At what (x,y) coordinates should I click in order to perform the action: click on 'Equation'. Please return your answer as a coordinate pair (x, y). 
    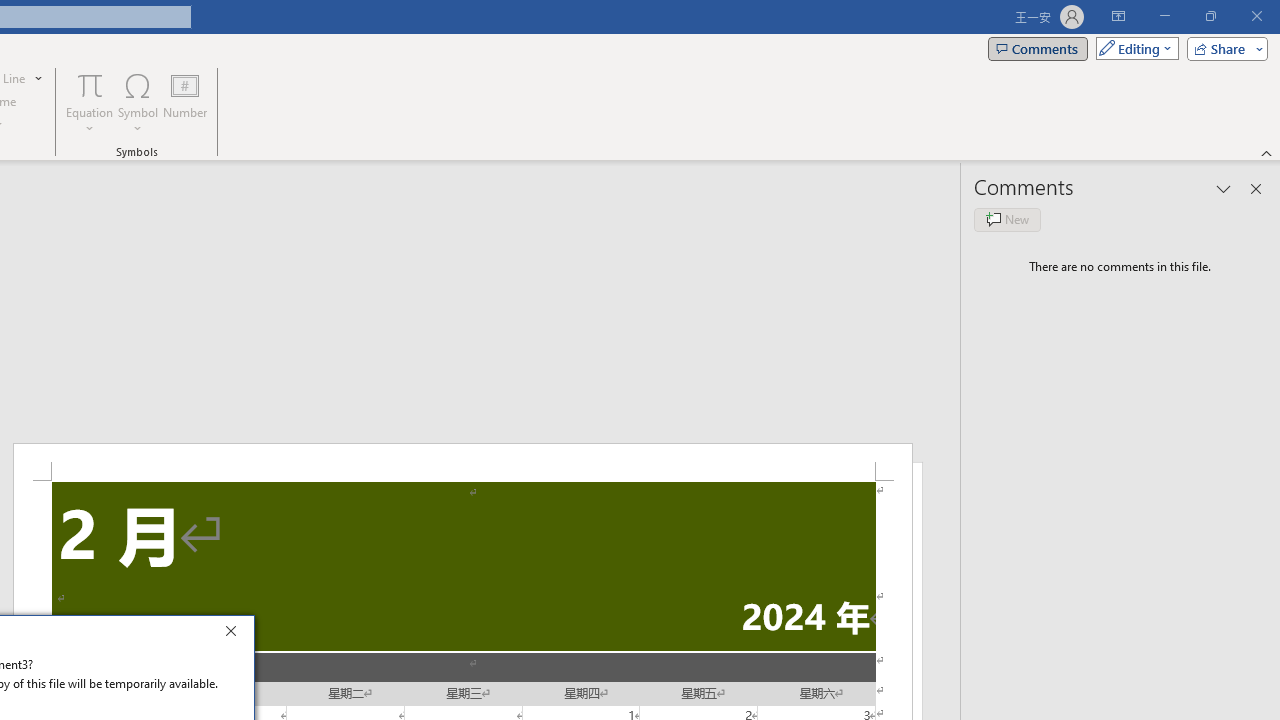
    Looking at the image, I should click on (89, 84).